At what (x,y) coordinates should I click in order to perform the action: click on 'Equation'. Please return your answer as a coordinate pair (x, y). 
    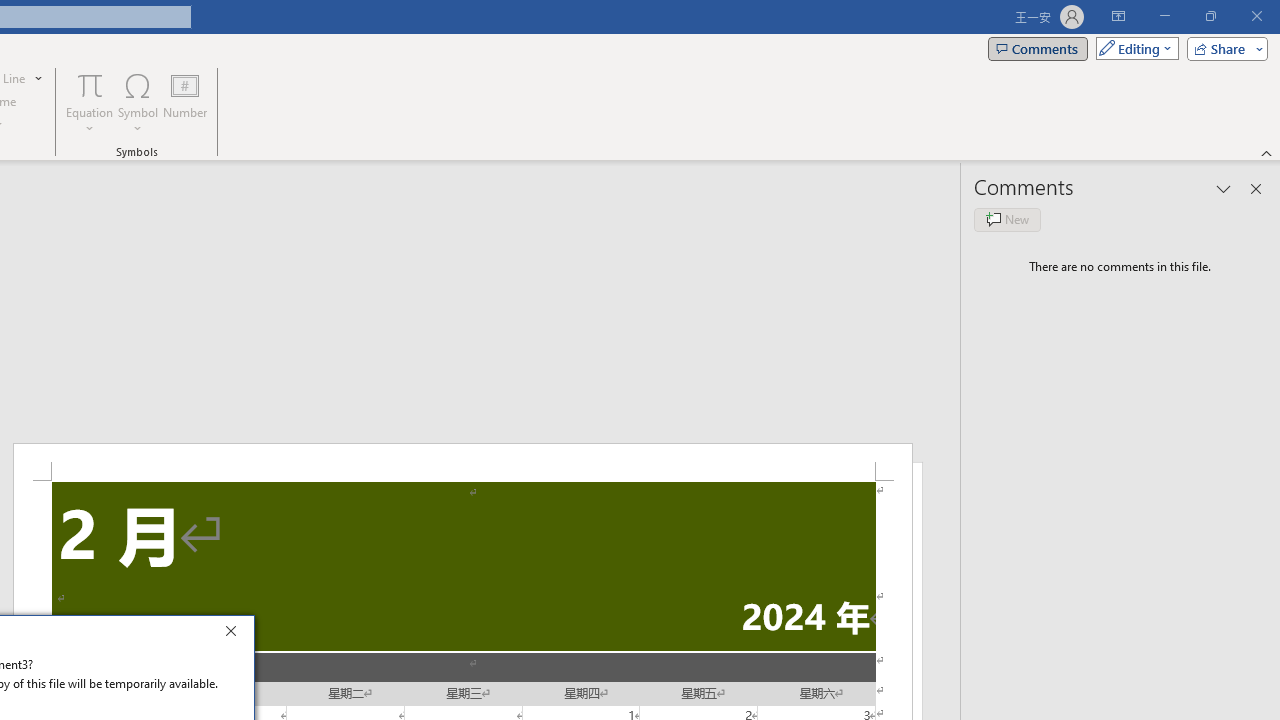
    Looking at the image, I should click on (89, 84).